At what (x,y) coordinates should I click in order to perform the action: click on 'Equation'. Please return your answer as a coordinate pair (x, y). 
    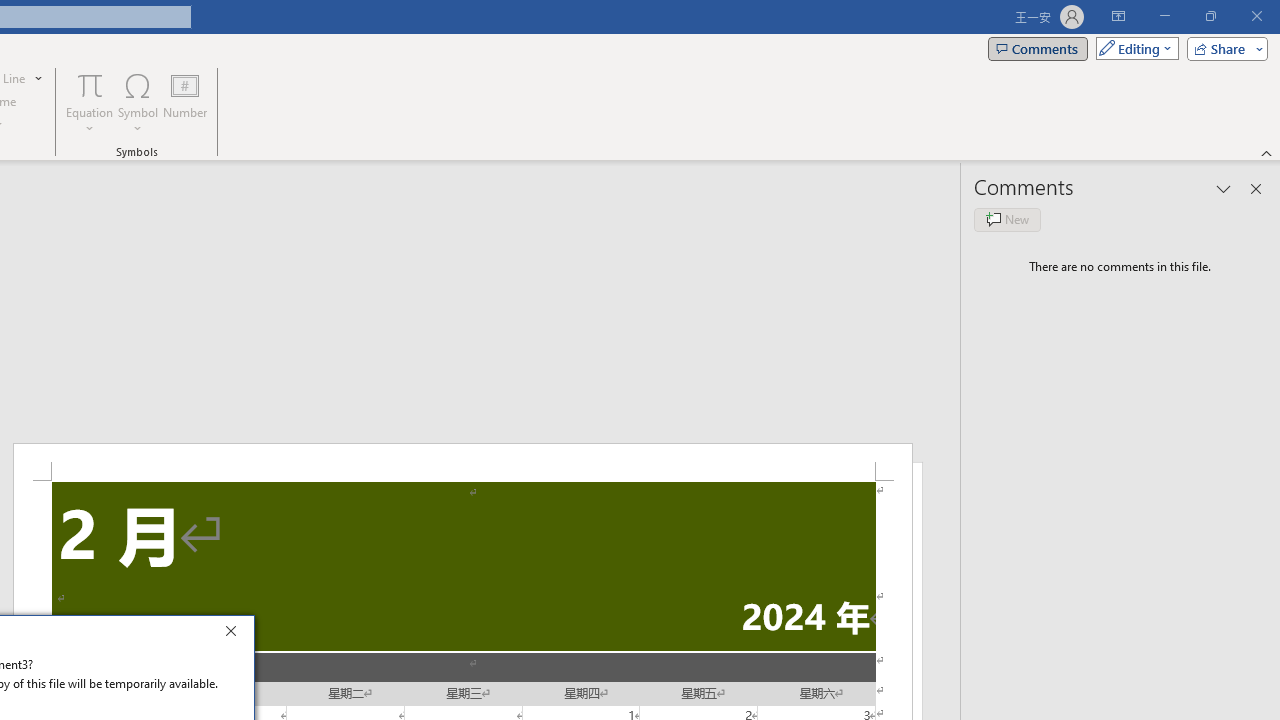
    Looking at the image, I should click on (89, 84).